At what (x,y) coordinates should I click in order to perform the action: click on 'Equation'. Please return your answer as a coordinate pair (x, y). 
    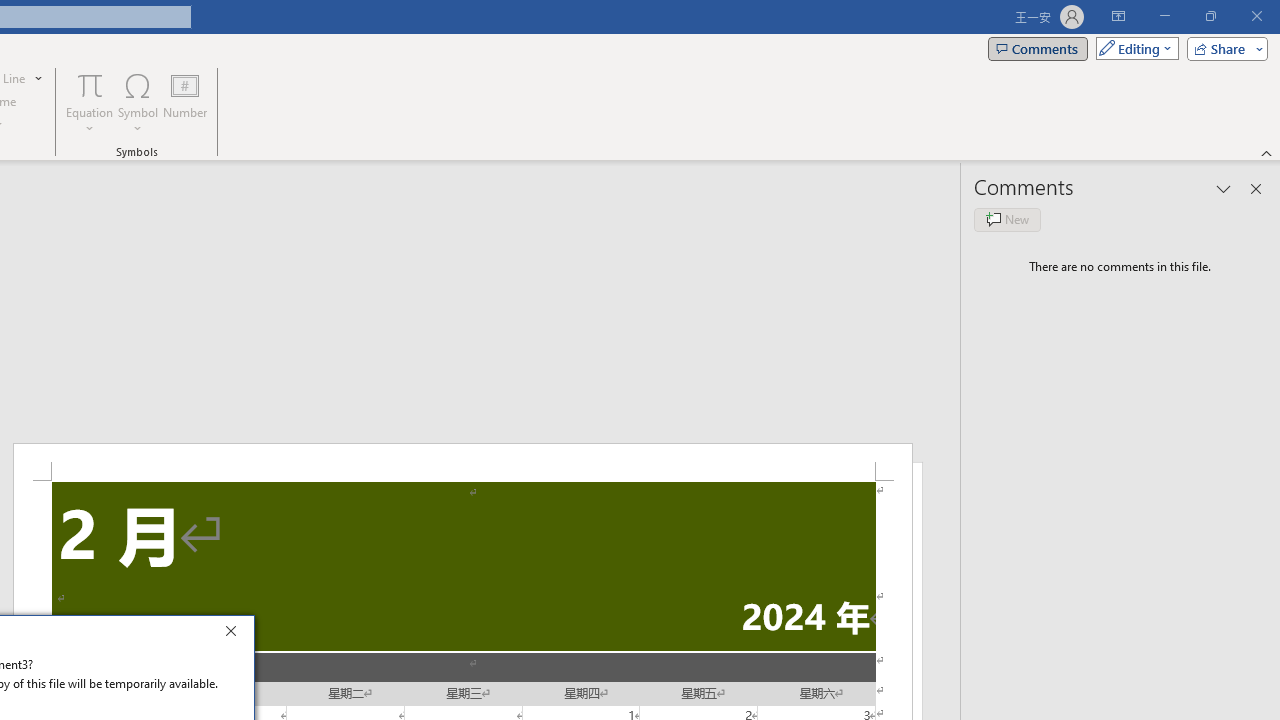
    Looking at the image, I should click on (89, 84).